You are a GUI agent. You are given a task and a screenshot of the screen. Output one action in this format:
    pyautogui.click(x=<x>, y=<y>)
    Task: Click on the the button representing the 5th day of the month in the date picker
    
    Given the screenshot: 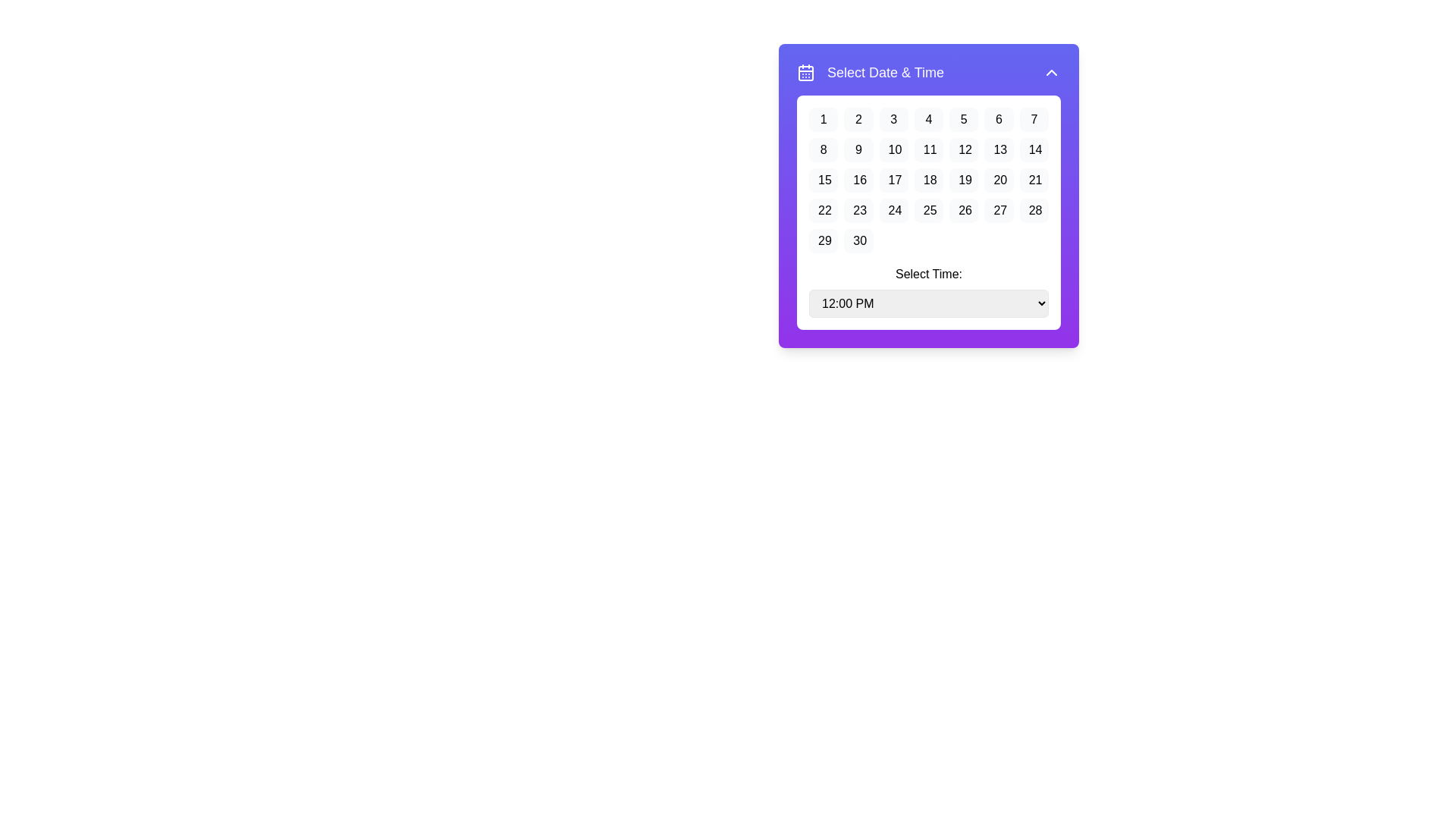 What is the action you would take?
    pyautogui.click(x=963, y=119)
    